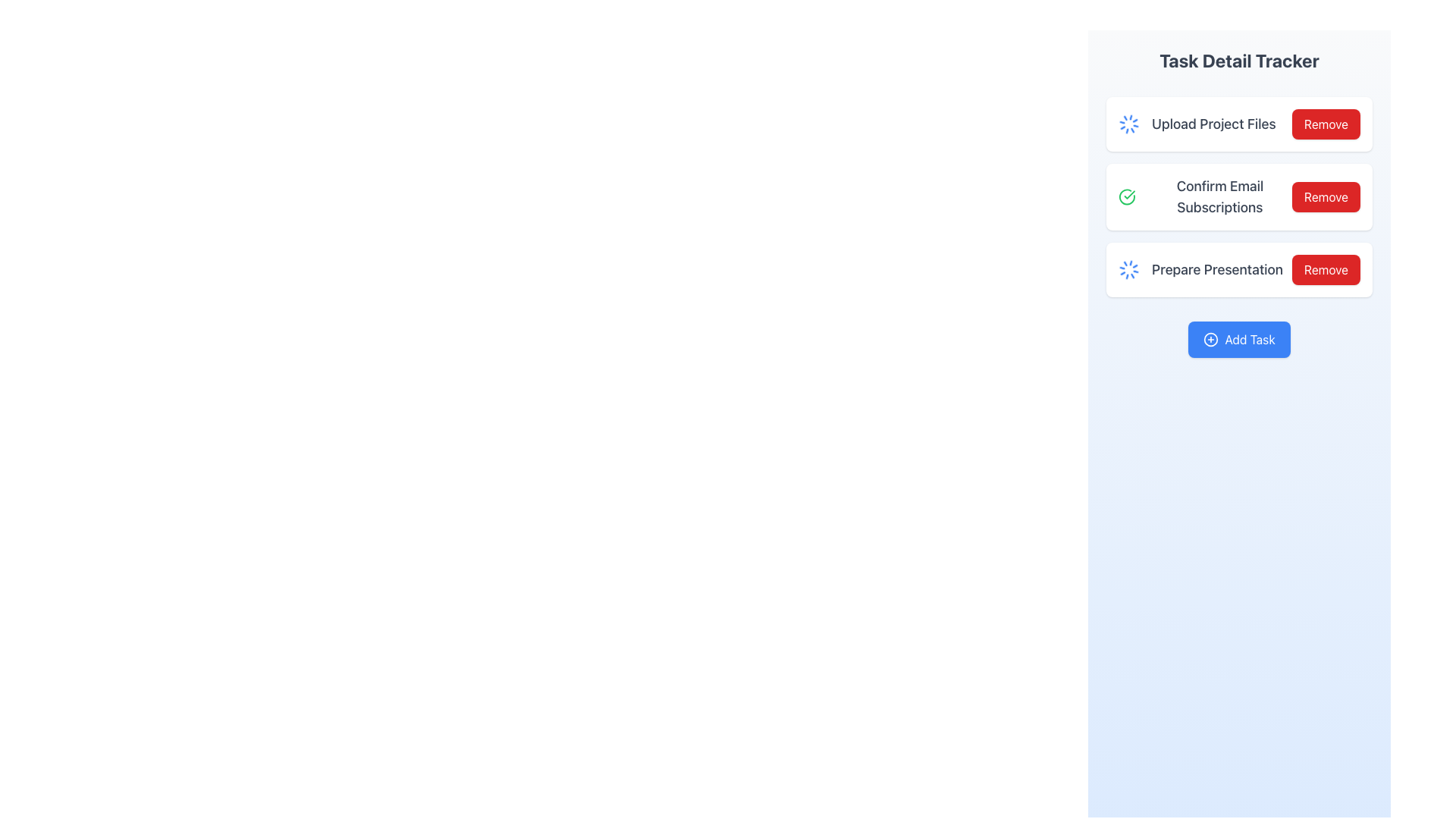  I want to click on the third task title label in the vertical list, which is part of the 'Task Detail Tracker' card on the right sidebar of the interface, so click(1217, 268).